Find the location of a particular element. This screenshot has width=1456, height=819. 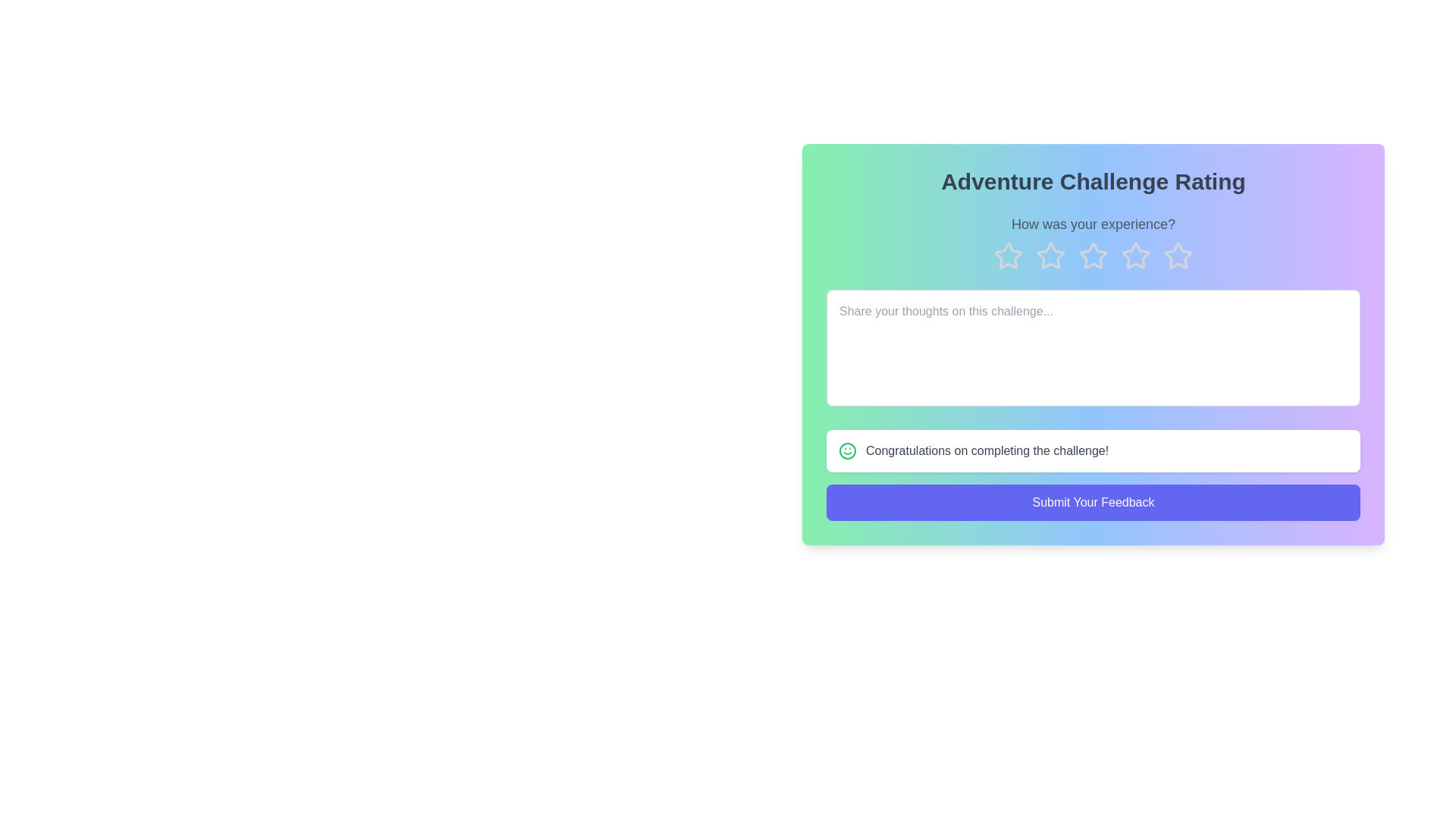

the third star-shaped rating icon with hollow styling and a grayish border located below the text 'How was your experience?' is located at coordinates (1135, 255).